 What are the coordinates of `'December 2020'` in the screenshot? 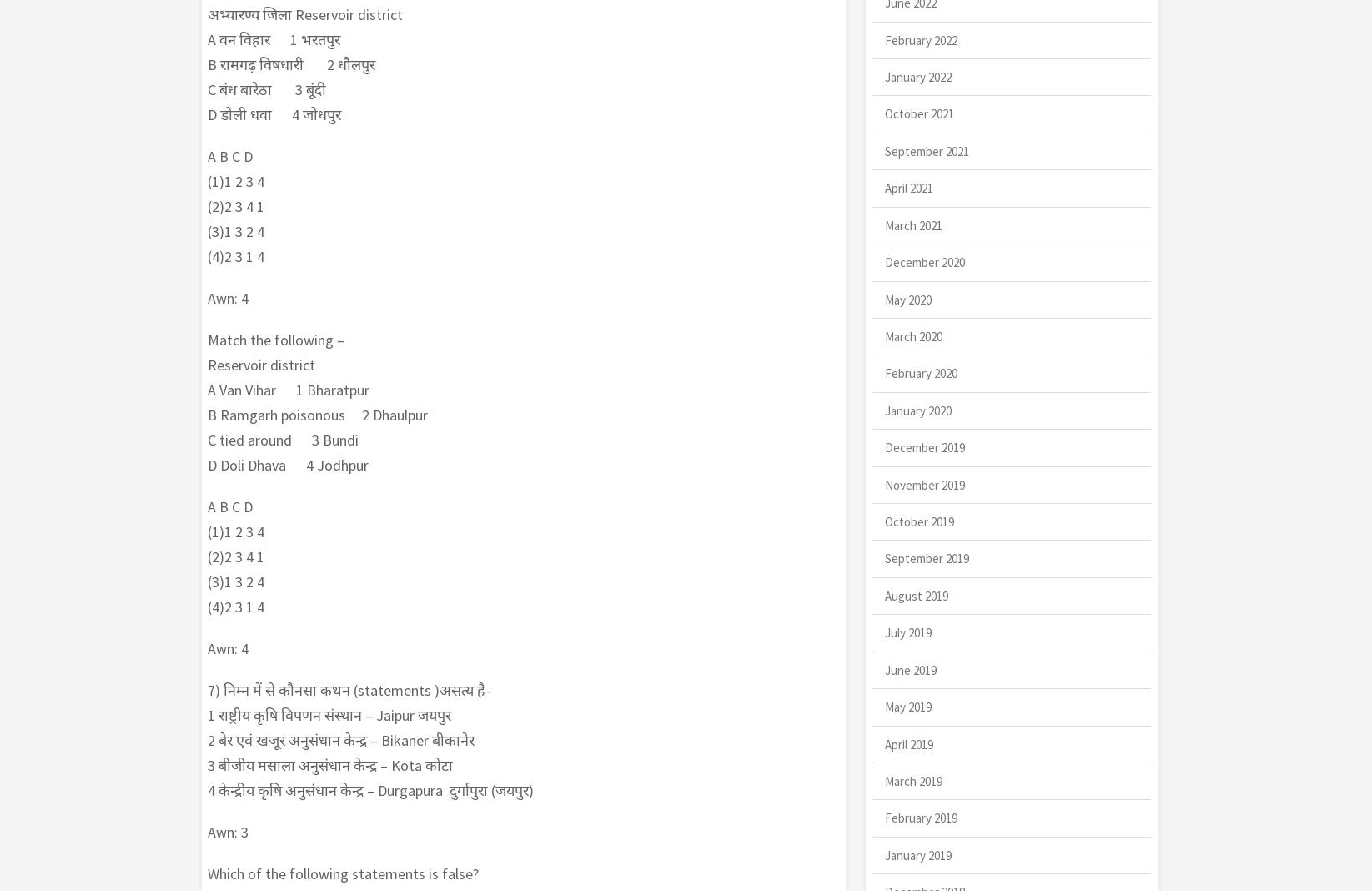 It's located at (923, 261).